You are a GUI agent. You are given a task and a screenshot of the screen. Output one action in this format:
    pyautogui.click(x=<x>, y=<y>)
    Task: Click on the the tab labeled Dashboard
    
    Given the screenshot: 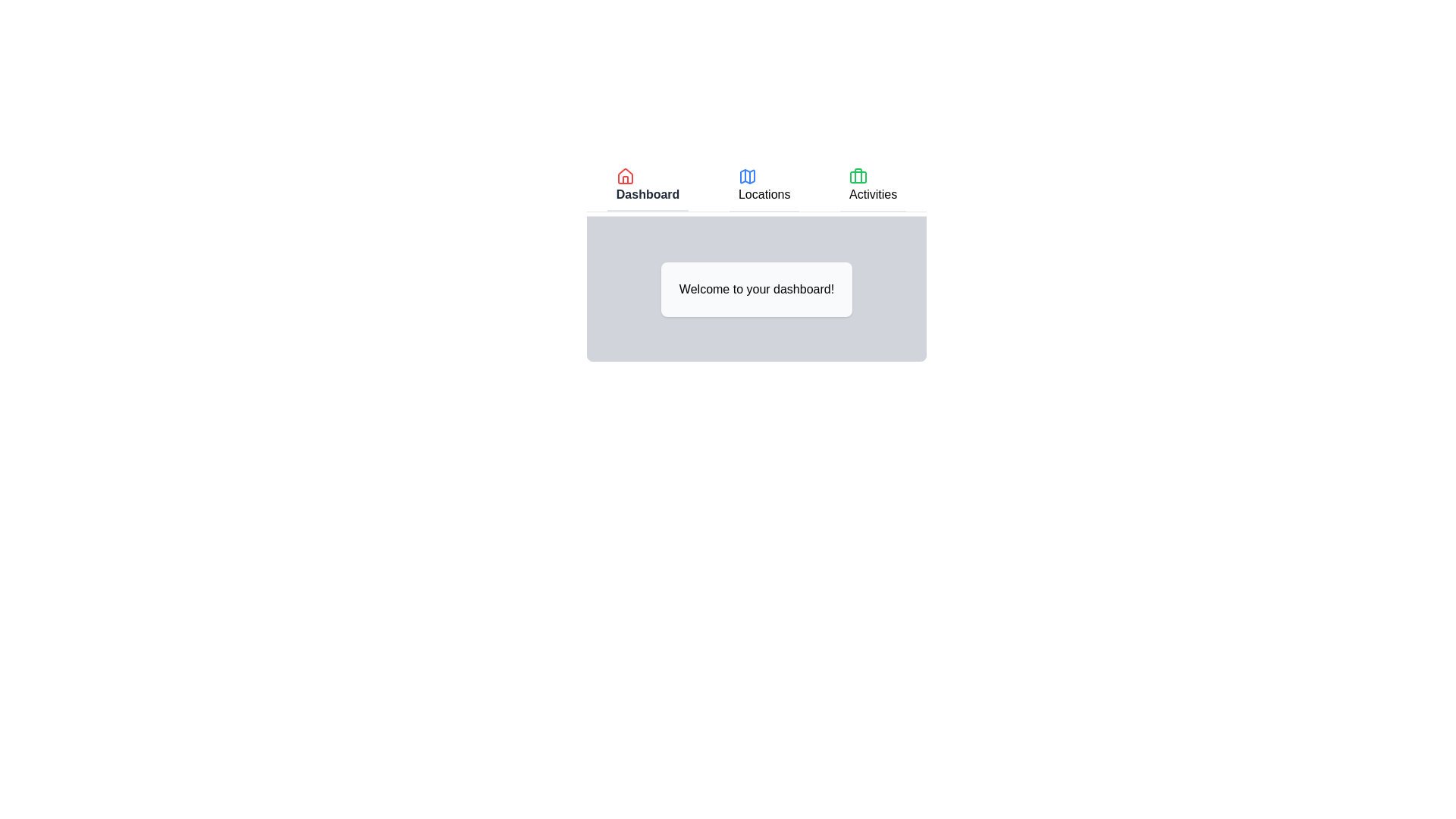 What is the action you would take?
    pyautogui.click(x=648, y=186)
    